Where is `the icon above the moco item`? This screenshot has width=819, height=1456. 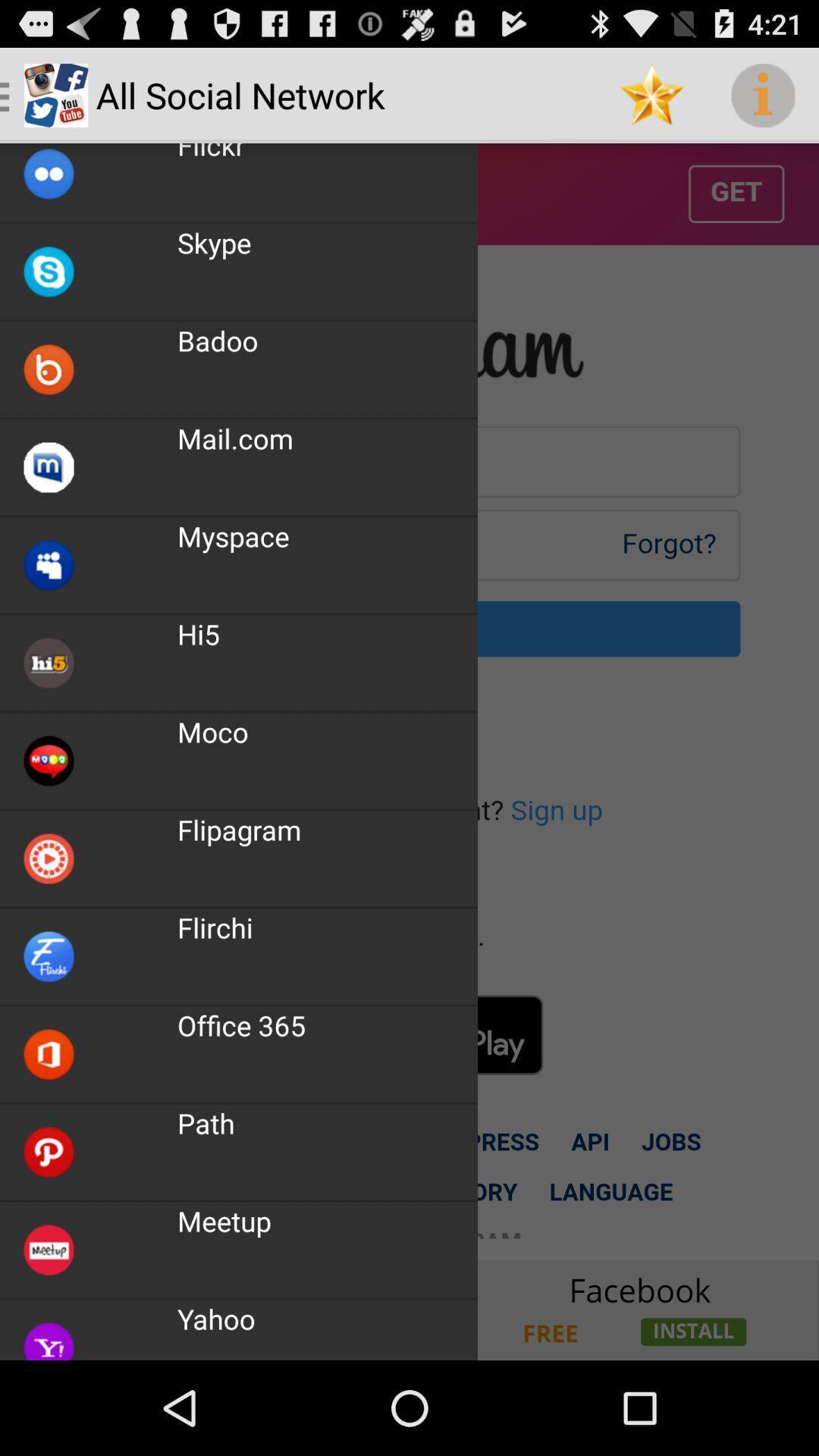 the icon above the moco item is located at coordinates (198, 634).